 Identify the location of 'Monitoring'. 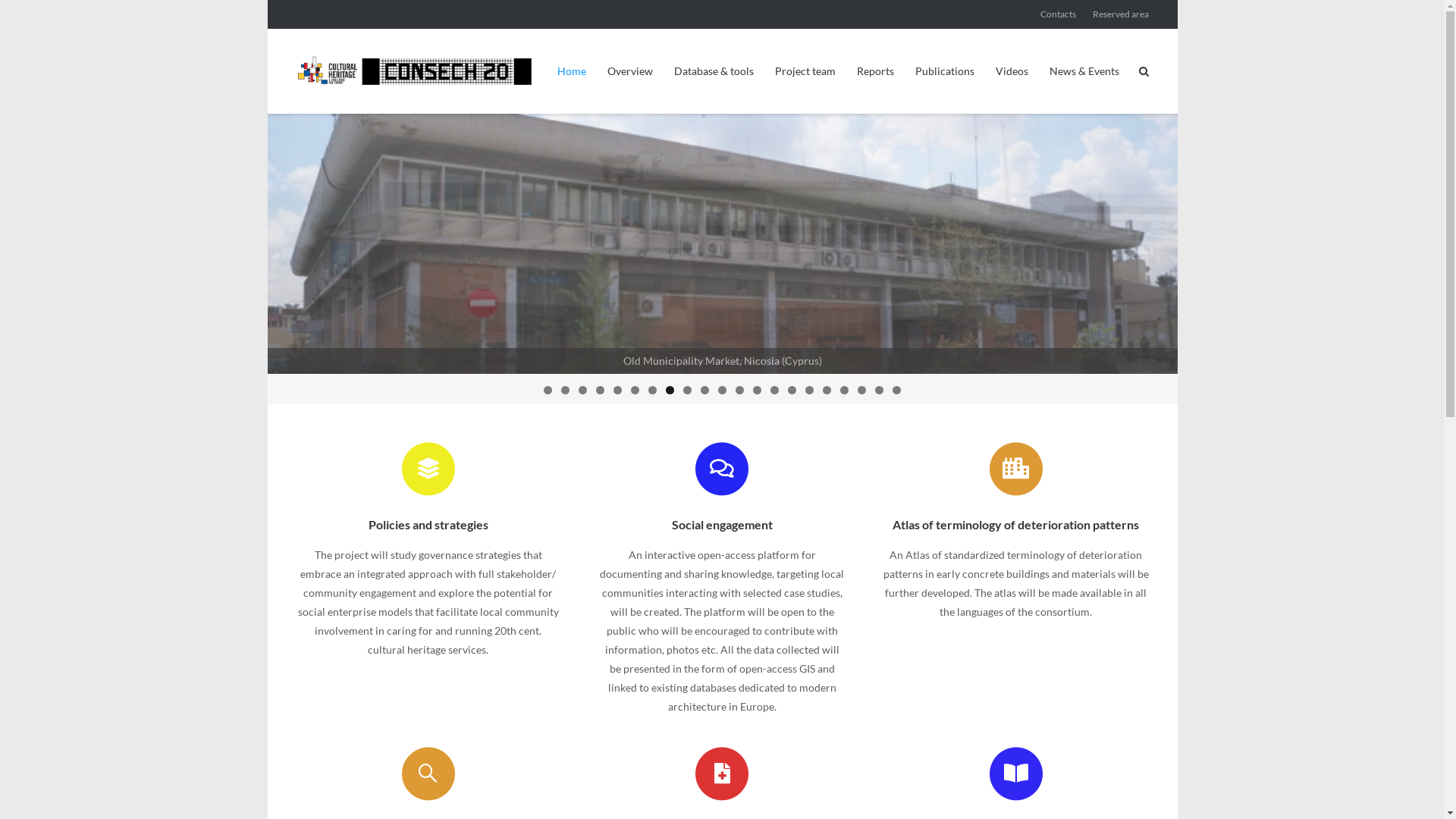
(428, 773).